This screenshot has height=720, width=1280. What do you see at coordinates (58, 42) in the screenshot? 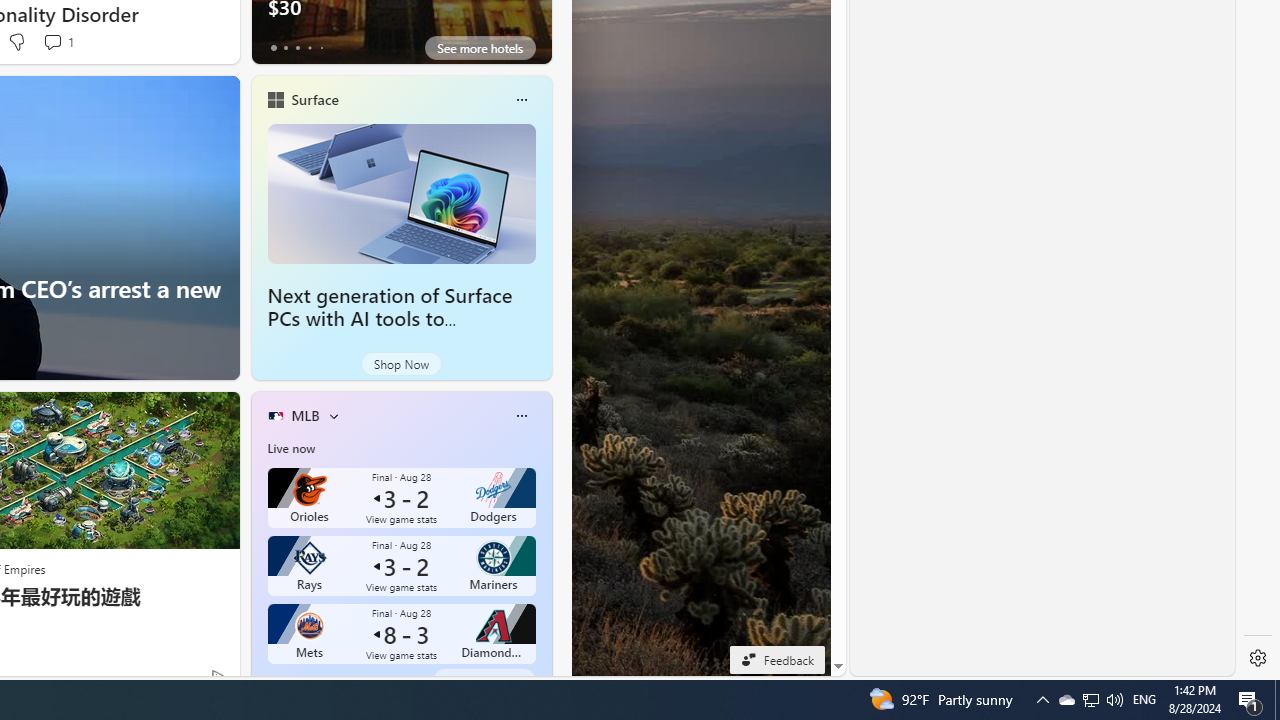
I see `'View comments 1 Comment'` at bounding box center [58, 42].